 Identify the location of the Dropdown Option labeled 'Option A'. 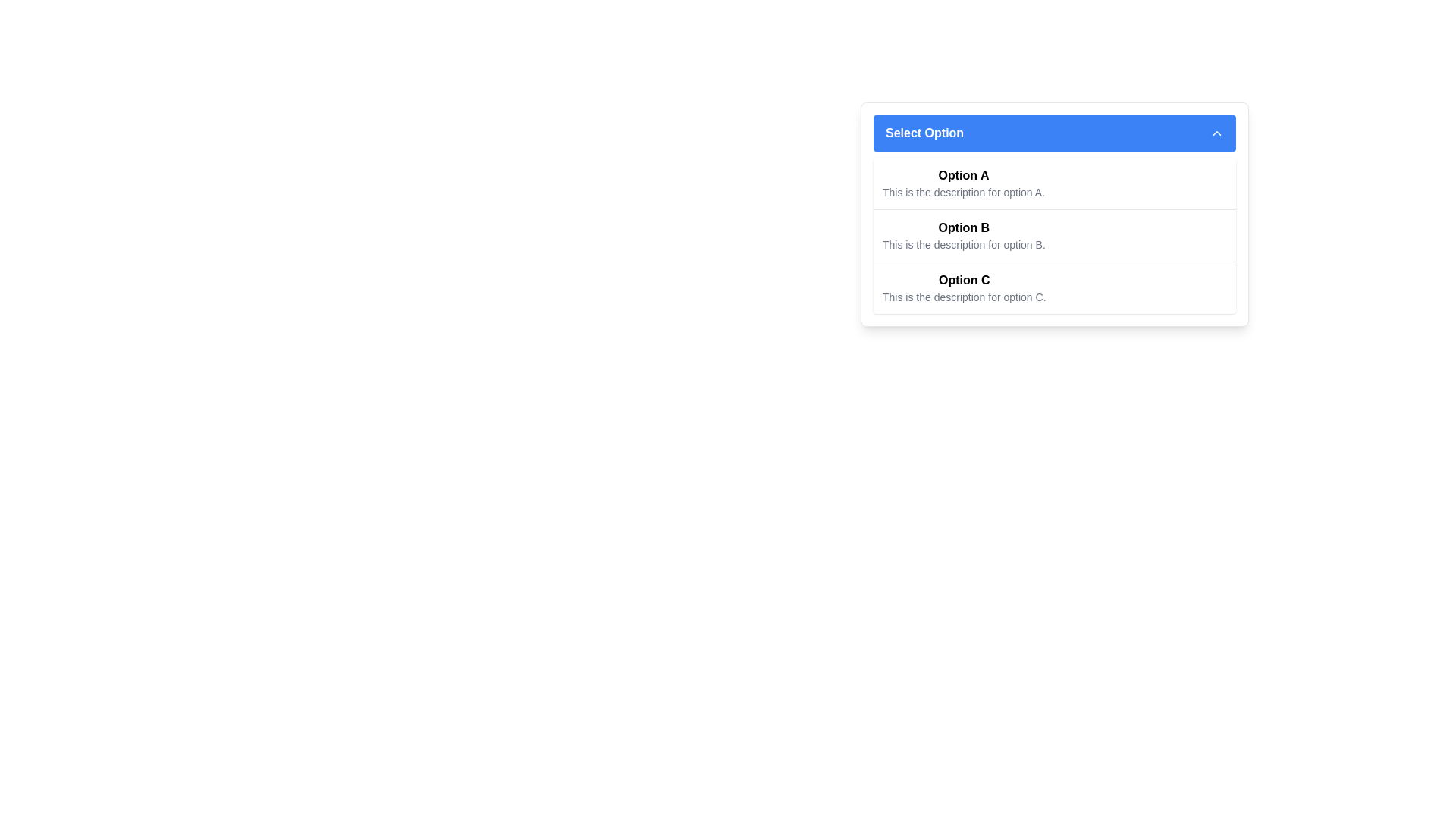
(963, 183).